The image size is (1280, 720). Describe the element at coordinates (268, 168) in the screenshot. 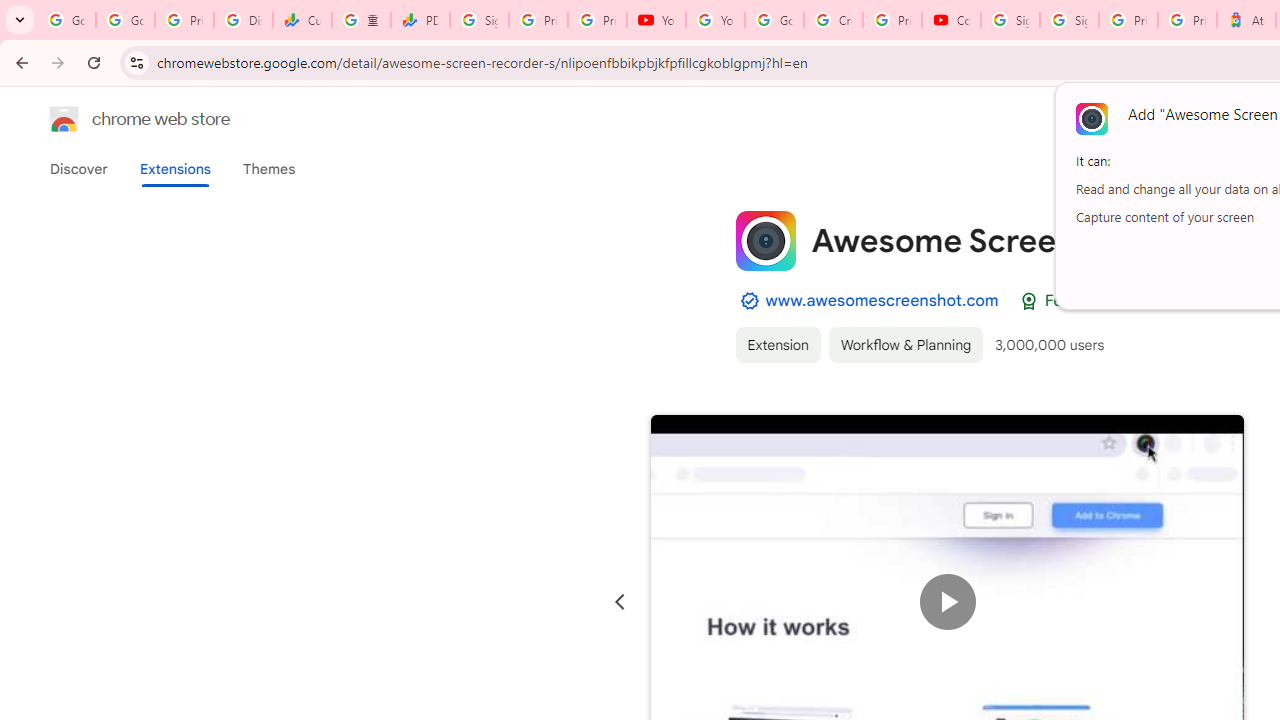

I see `'Themes'` at that location.